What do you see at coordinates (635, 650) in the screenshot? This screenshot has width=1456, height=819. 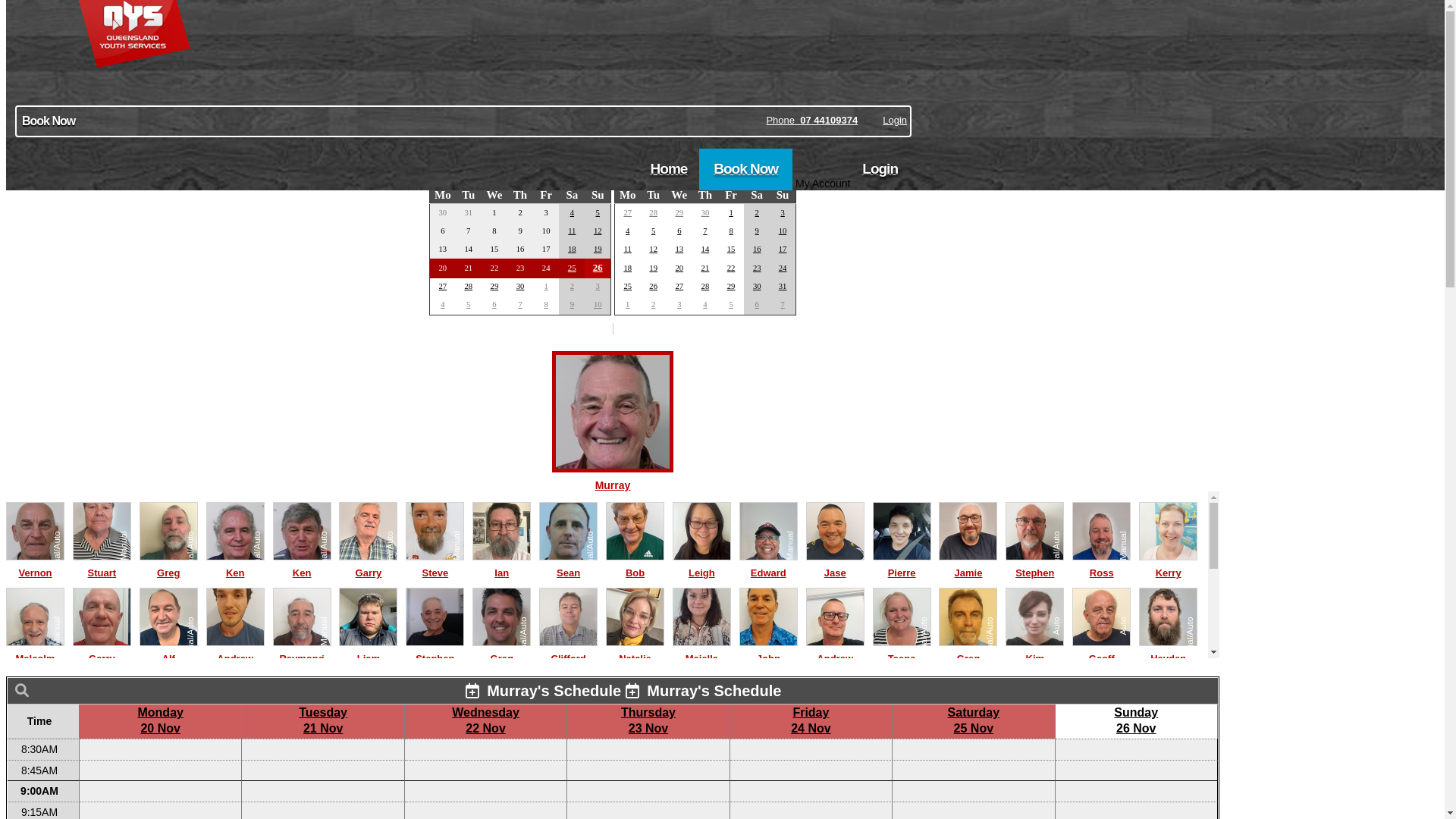 I see `'Natalie'` at bounding box center [635, 650].